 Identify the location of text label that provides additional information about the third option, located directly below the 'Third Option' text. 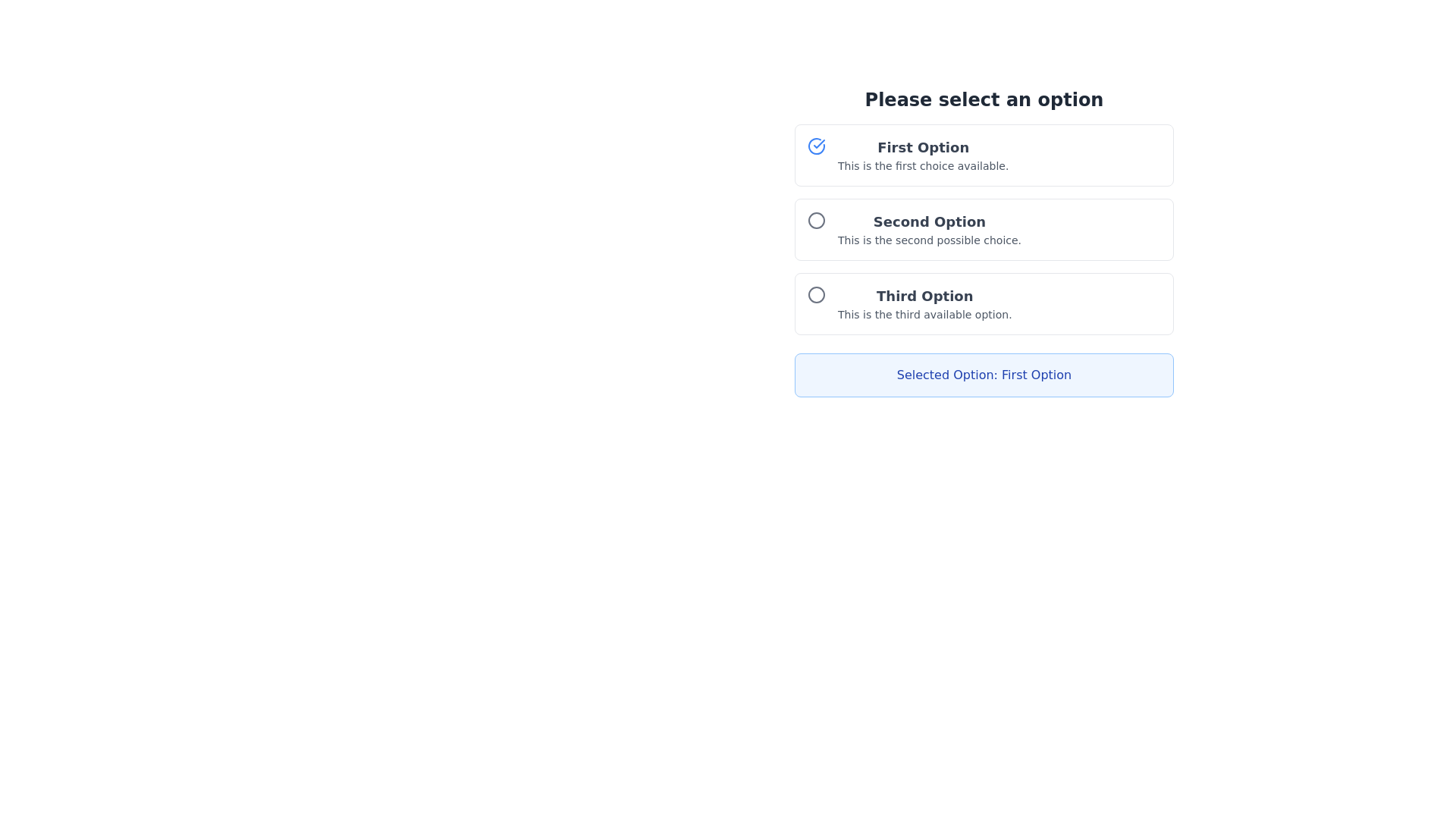
(924, 314).